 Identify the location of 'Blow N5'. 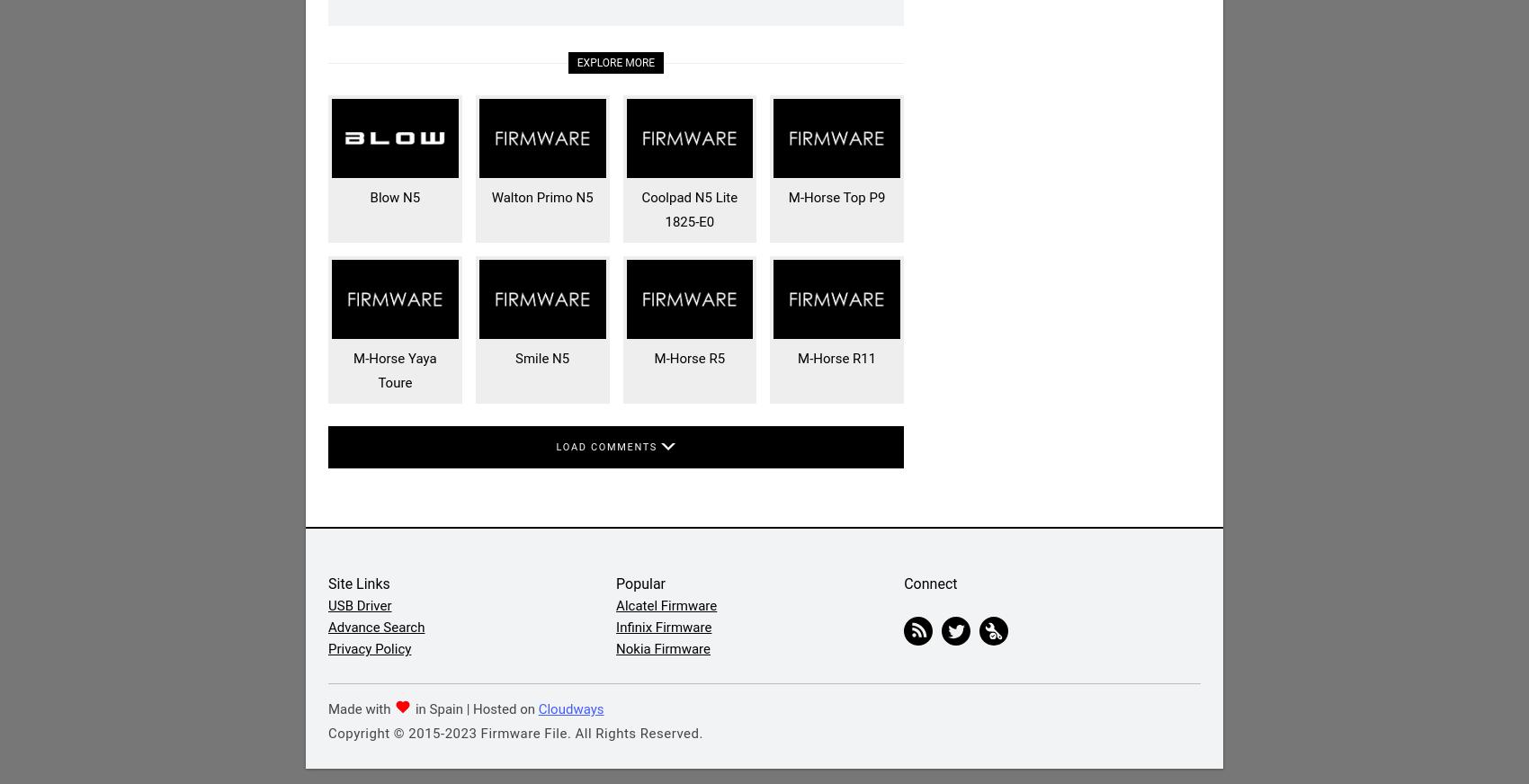
(369, 197).